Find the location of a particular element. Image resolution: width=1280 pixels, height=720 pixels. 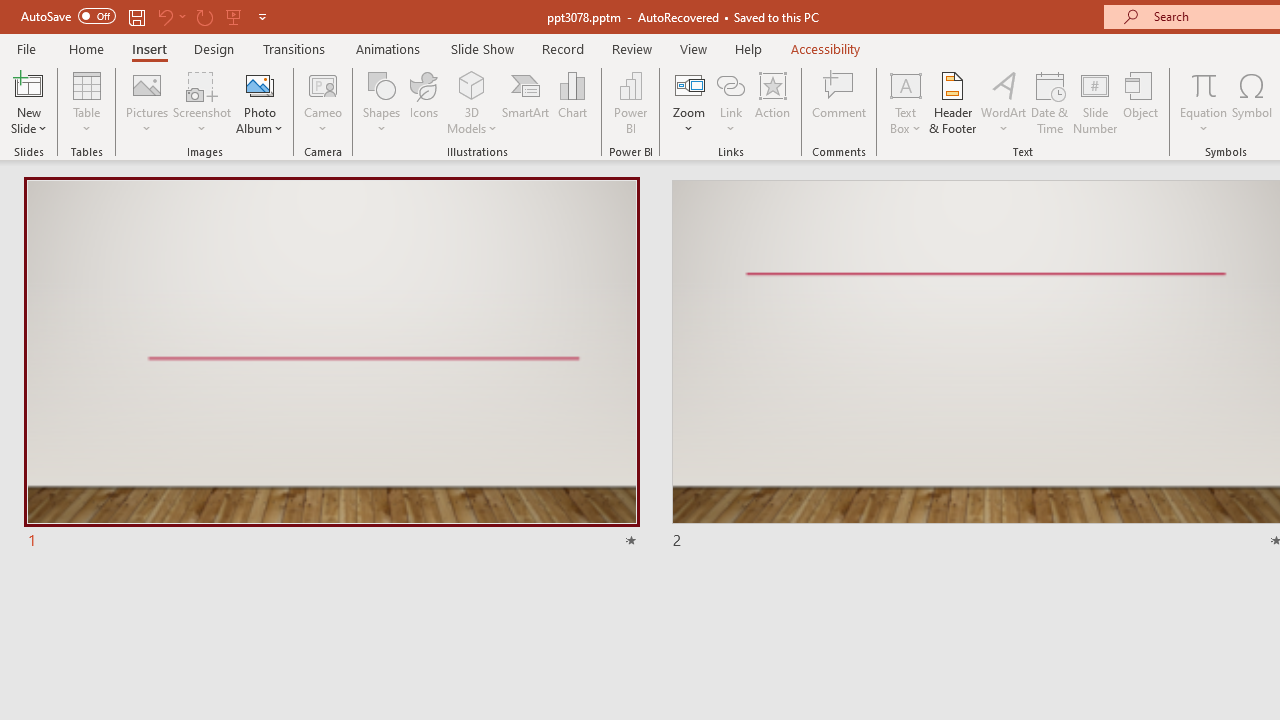

'Symbol...' is located at coordinates (1251, 103).